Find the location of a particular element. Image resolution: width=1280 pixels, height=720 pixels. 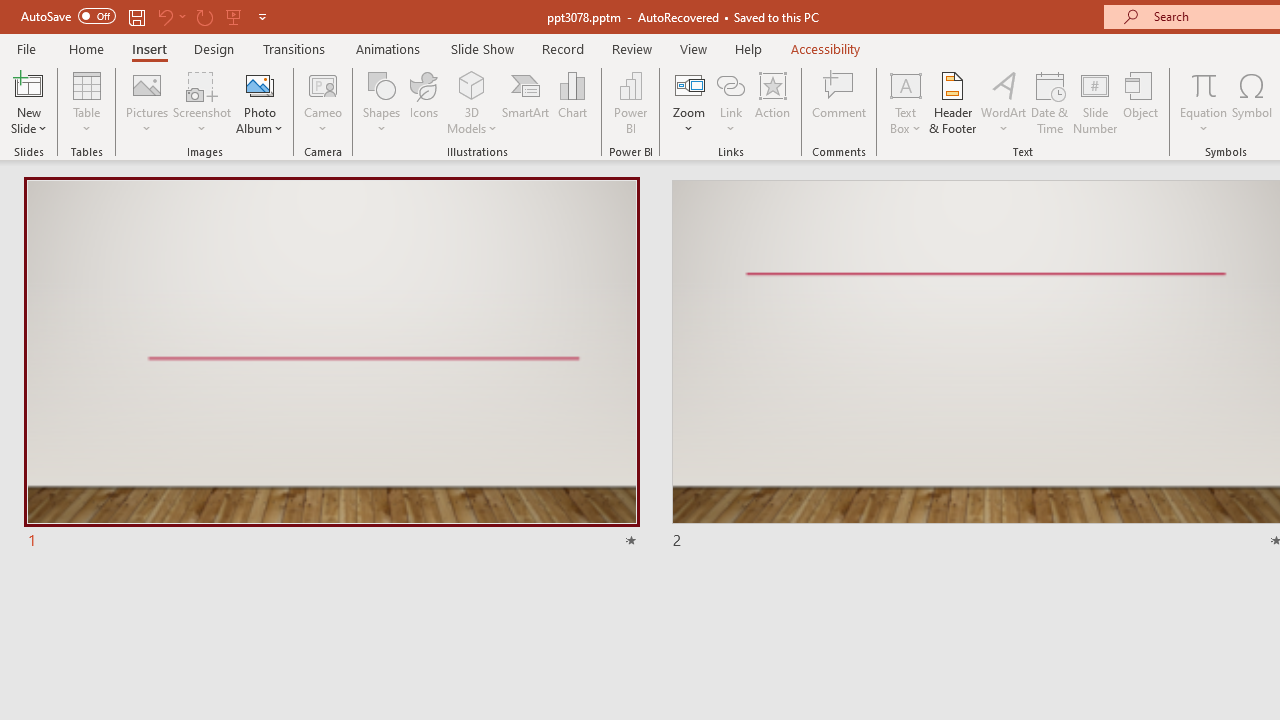

'Symbol...' is located at coordinates (1251, 103).